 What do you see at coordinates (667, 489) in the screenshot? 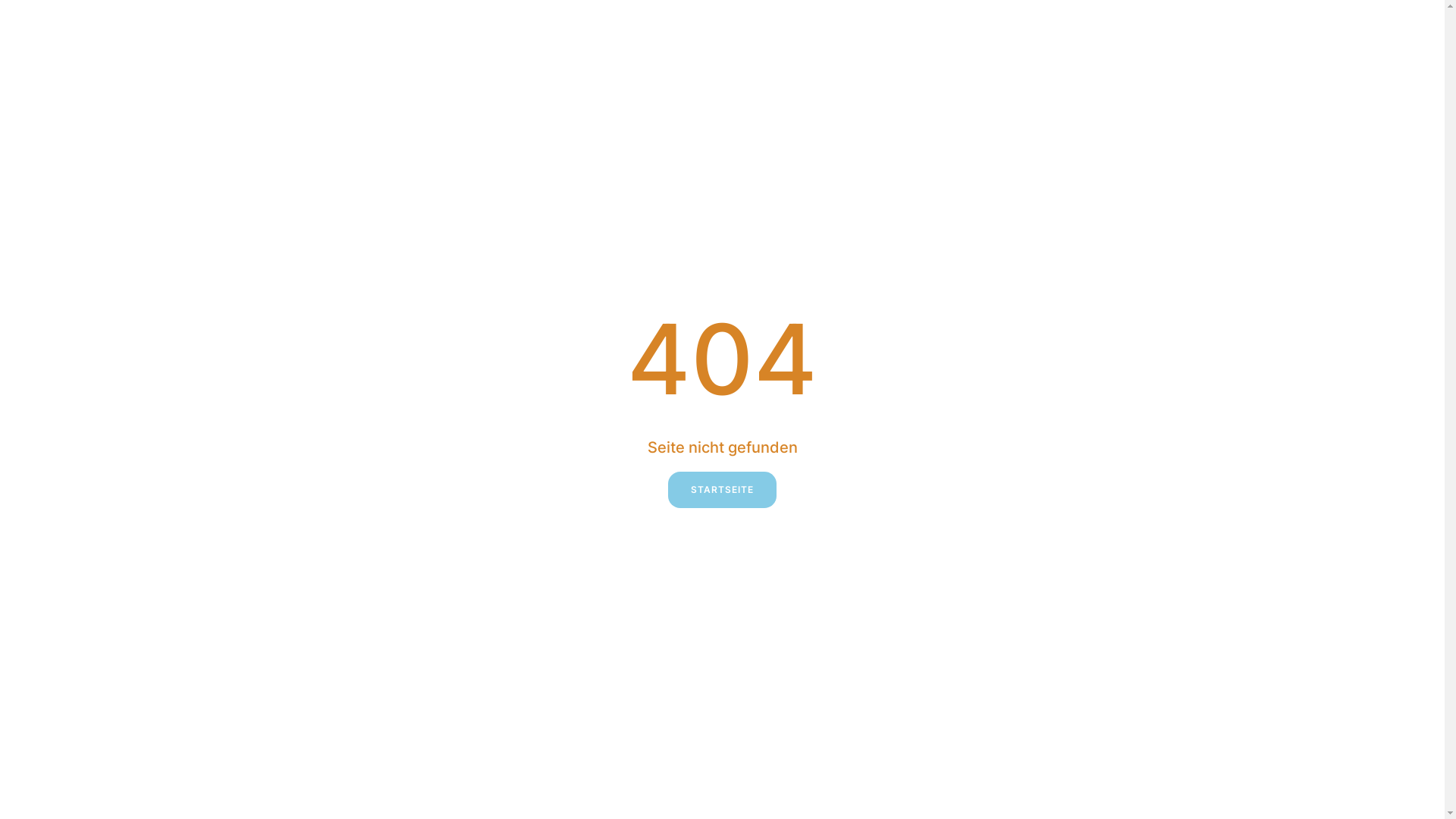
I see `'STARTSEITE'` at bounding box center [667, 489].